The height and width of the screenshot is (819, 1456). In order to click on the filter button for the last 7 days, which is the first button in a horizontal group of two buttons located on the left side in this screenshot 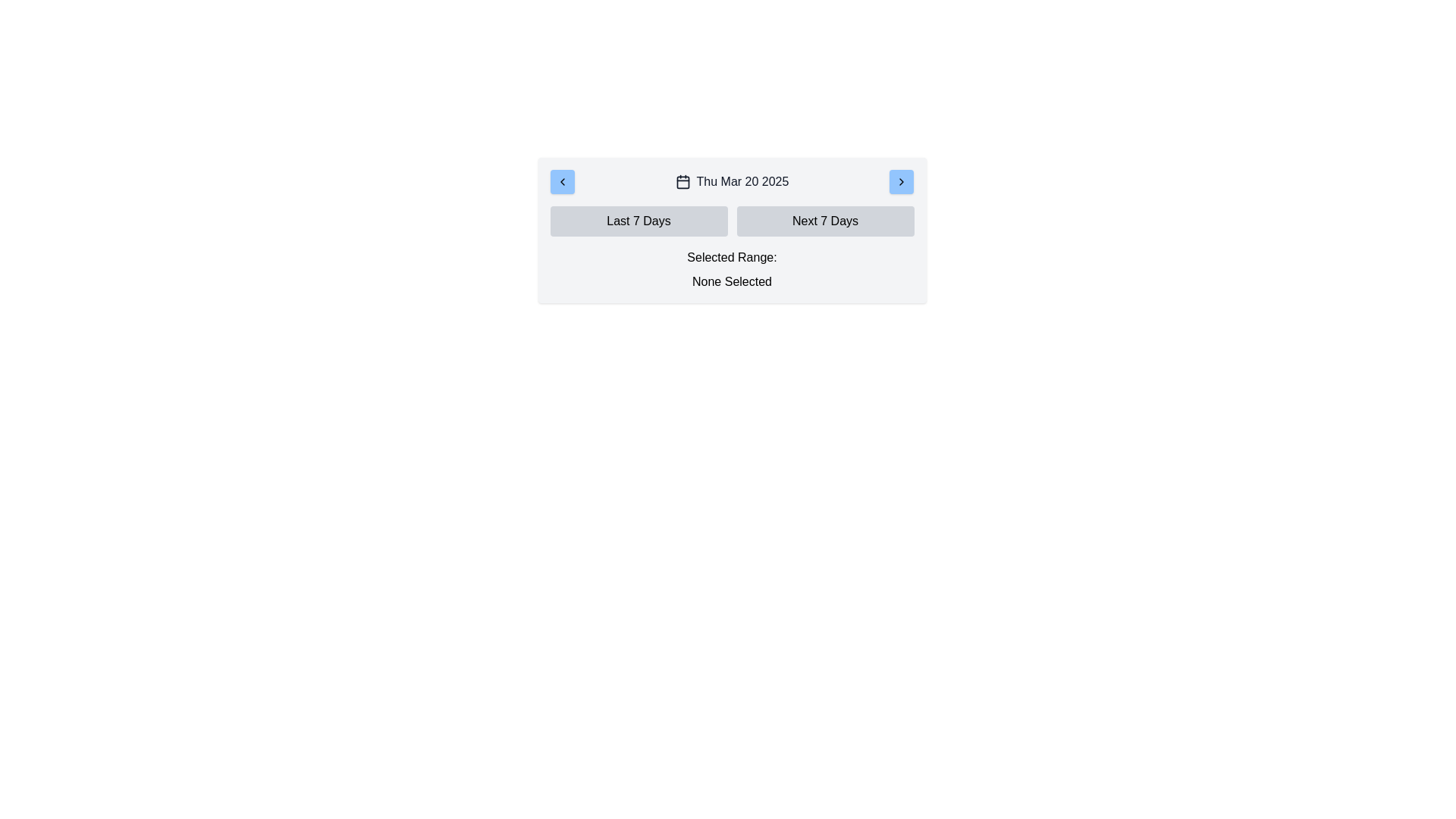, I will do `click(639, 221)`.